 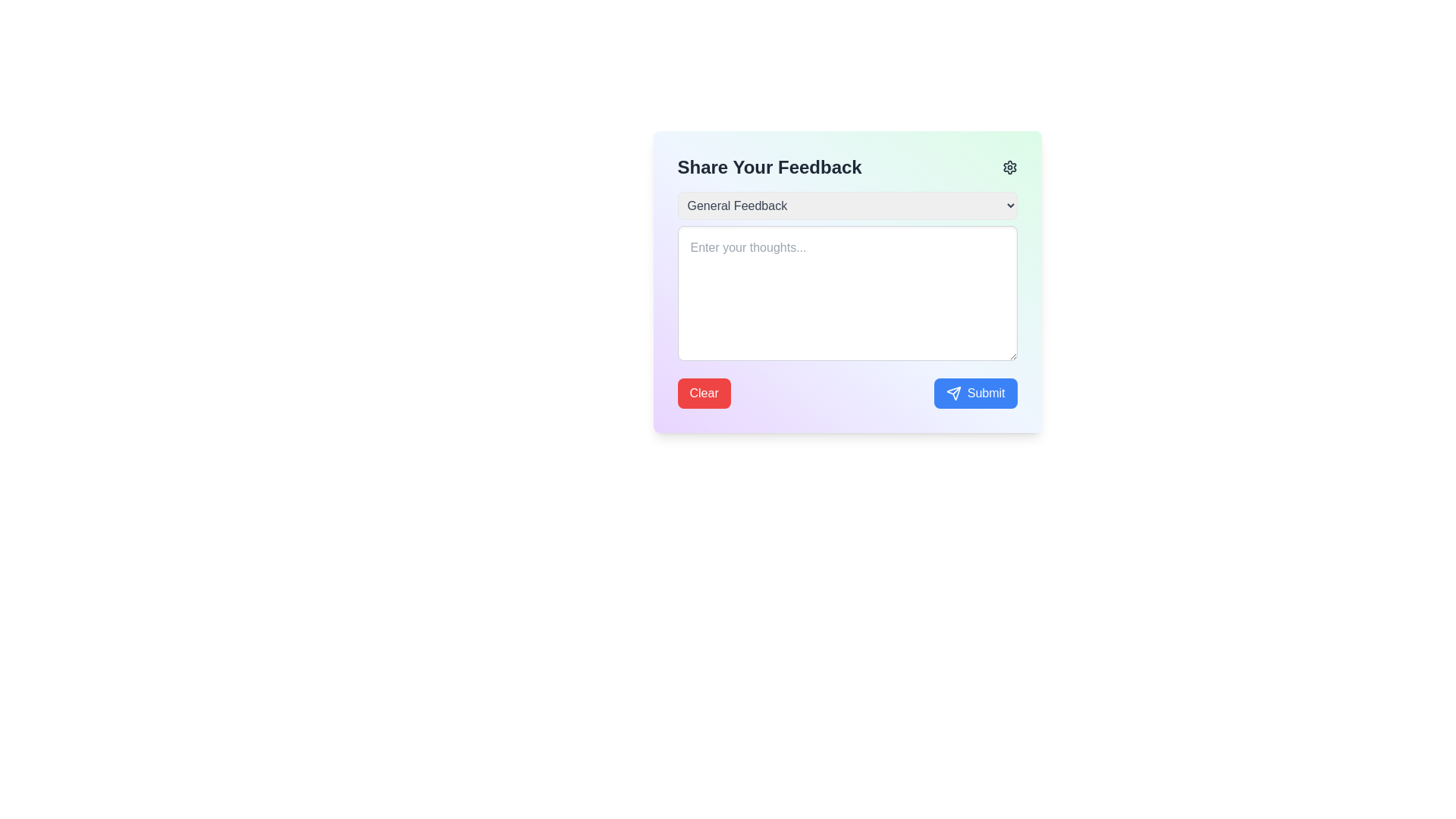 What do you see at coordinates (770, 167) in the screenshot?
I see `the static text header that serves as the title for the feedback module, located at the top-left corner of the card-like modal interface, to the immediate left of the settings icon` at bounding box center [770, 167].